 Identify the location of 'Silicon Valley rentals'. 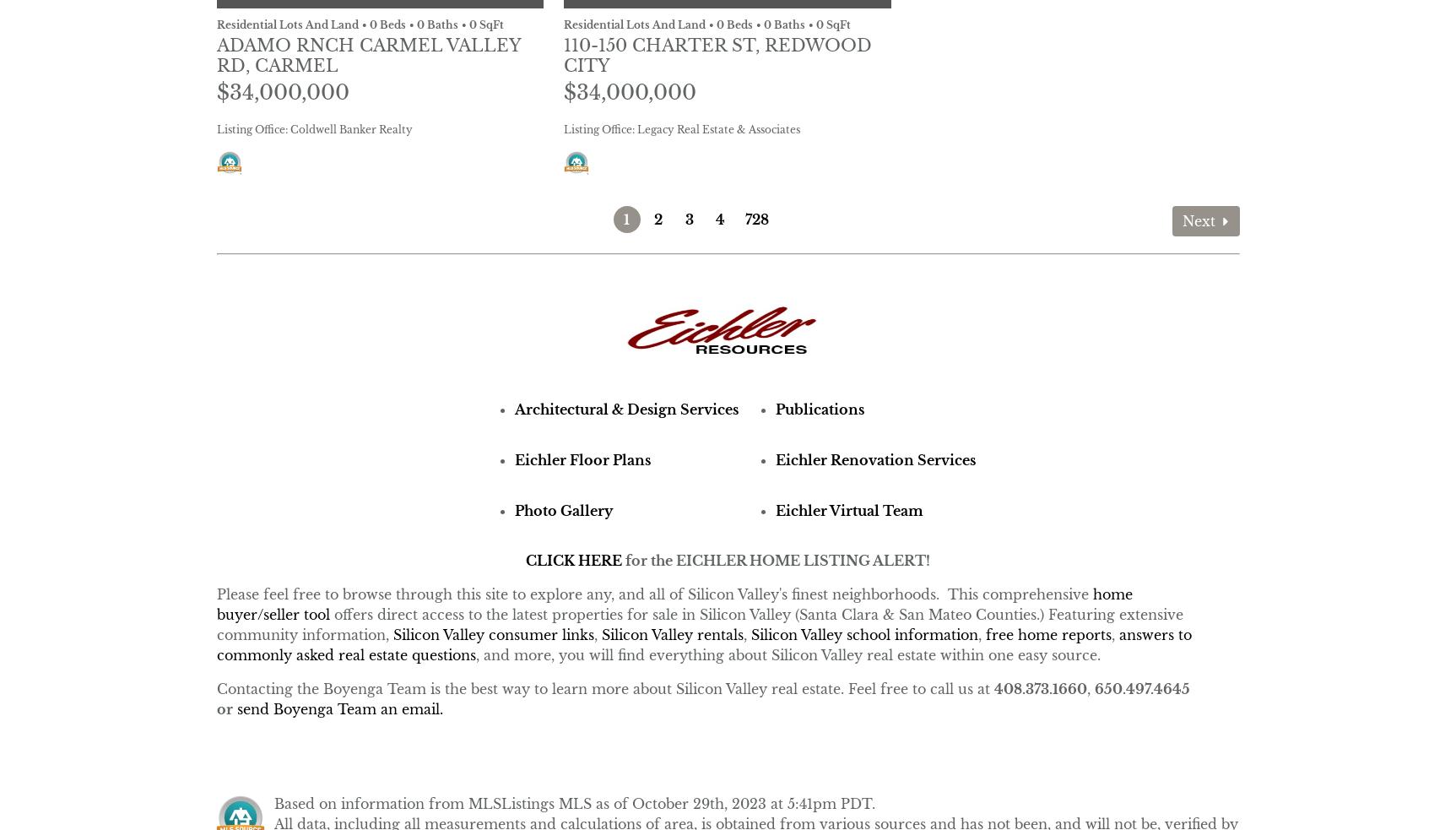
(671, 633).